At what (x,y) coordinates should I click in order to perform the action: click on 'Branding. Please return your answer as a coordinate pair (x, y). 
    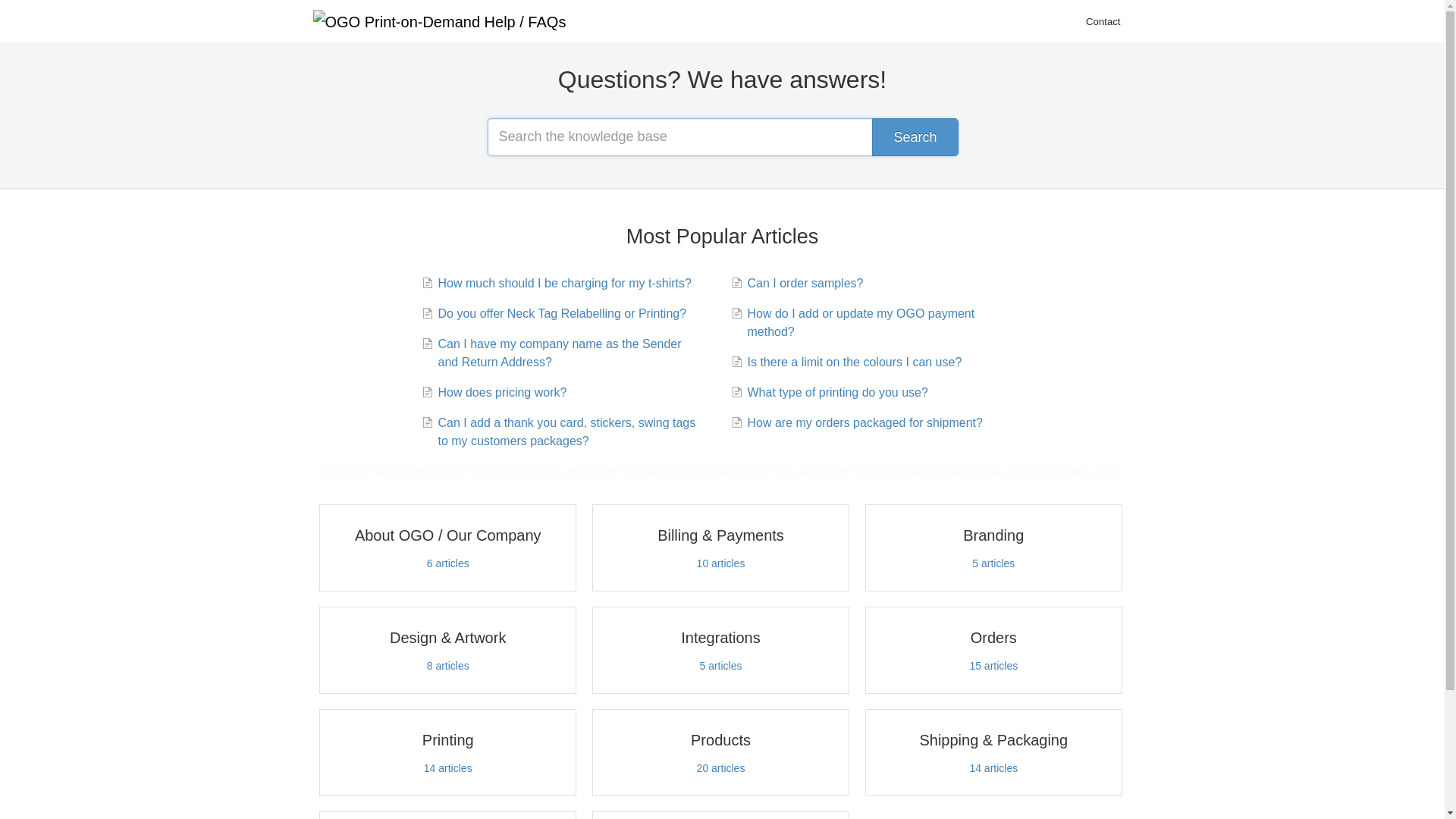
    Looking at the image, I should click on (993, 548).